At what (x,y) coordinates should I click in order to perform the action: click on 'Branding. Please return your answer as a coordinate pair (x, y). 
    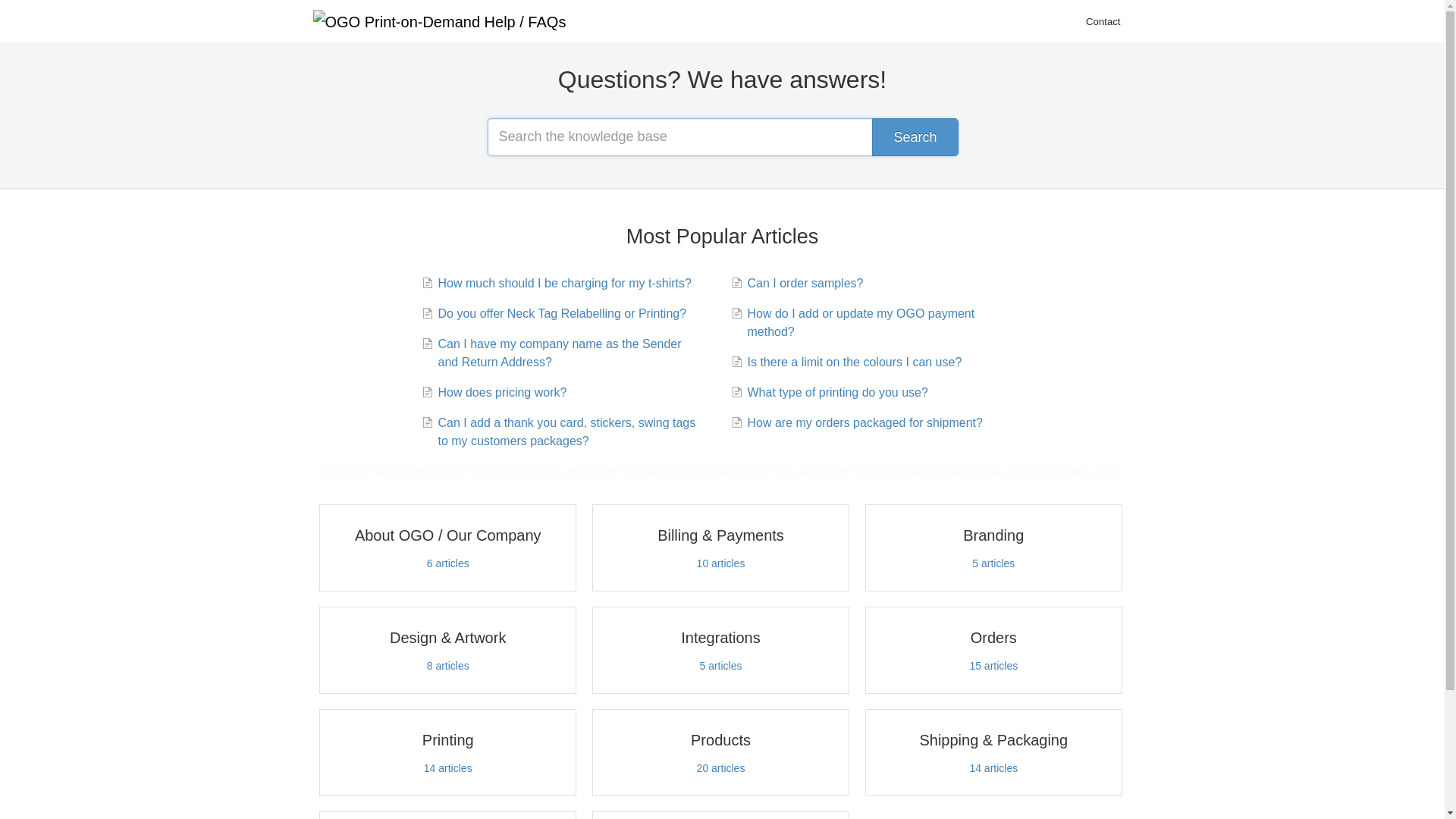
    Looking at the image, I should click on (993, 548).